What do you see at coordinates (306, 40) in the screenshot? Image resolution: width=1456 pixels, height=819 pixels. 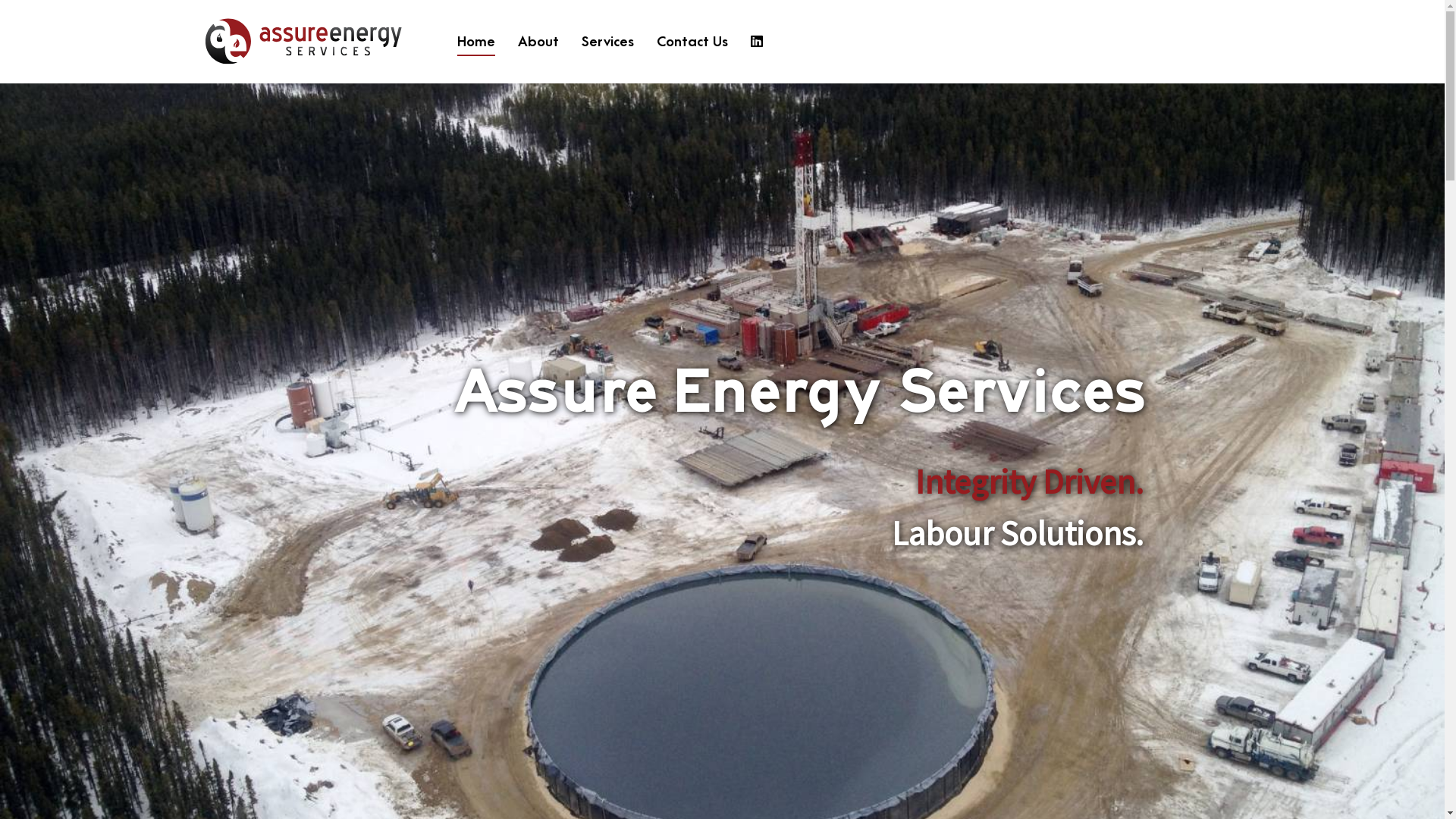 I see `'Assure Energy Services'` at bounding box center [306, 40].